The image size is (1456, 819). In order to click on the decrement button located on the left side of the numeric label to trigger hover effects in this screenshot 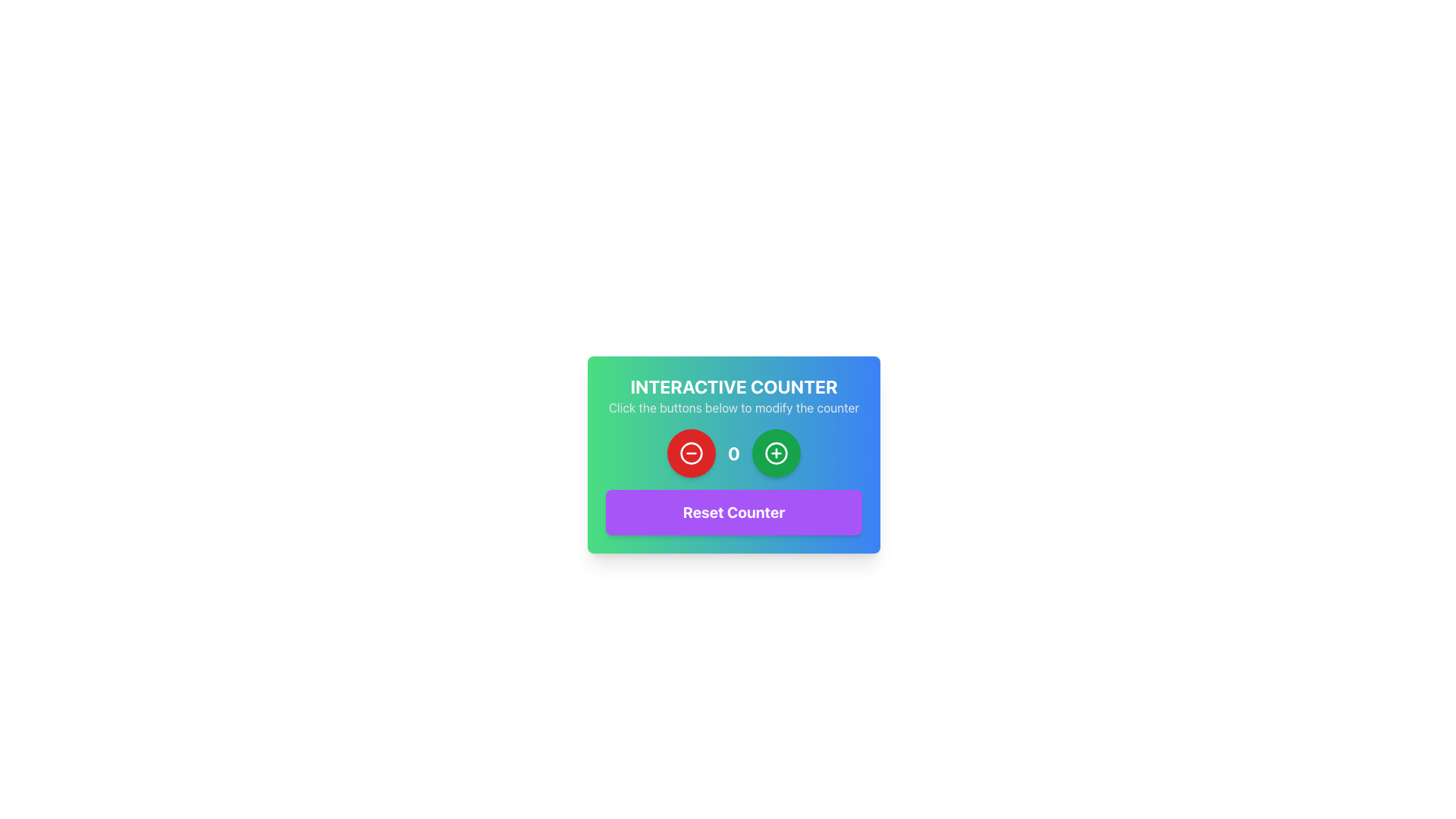, I will do `click(691, 452)`.